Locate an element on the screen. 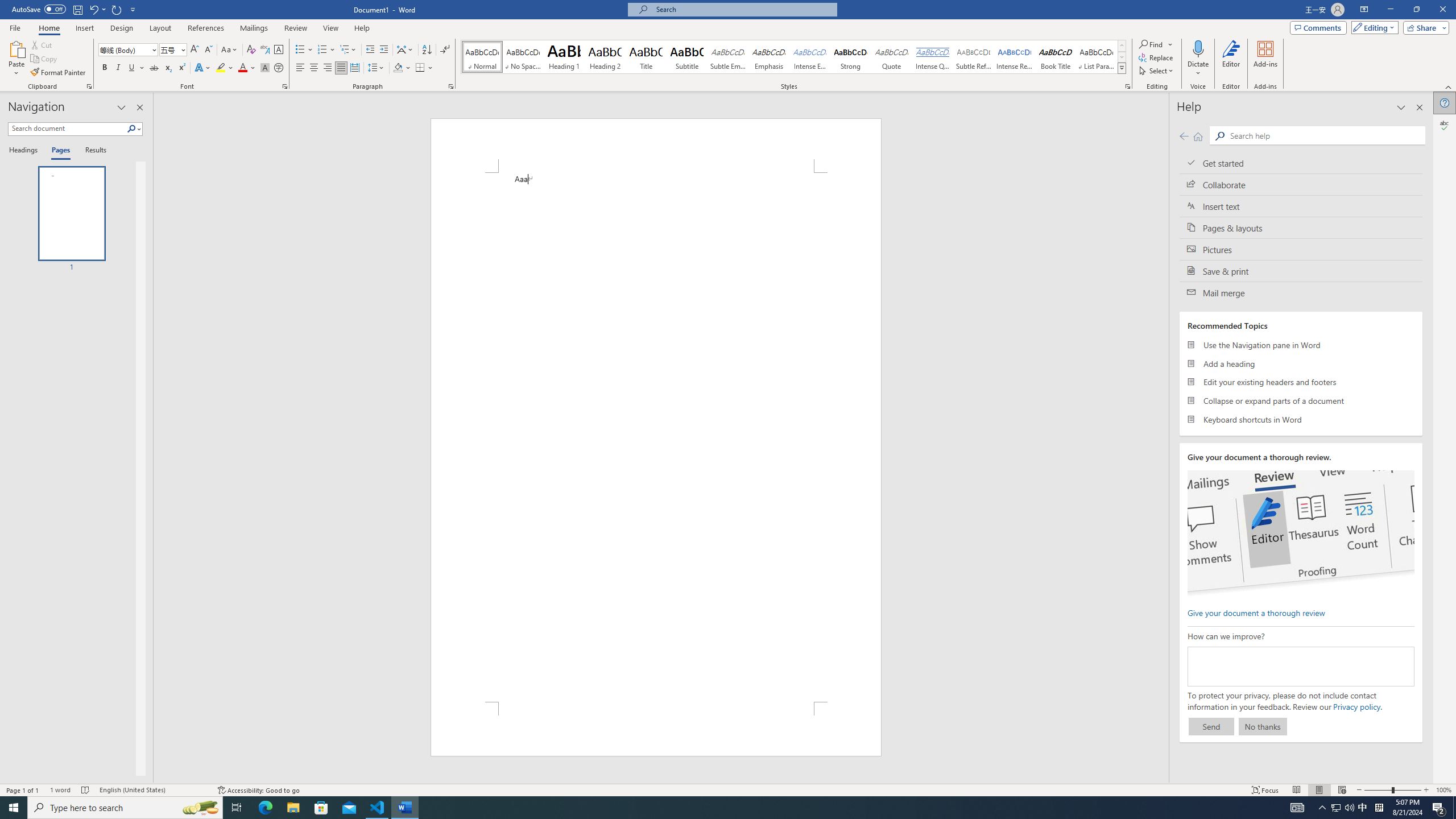  'Intense Emphasis' is located at coordinates (809, 56).